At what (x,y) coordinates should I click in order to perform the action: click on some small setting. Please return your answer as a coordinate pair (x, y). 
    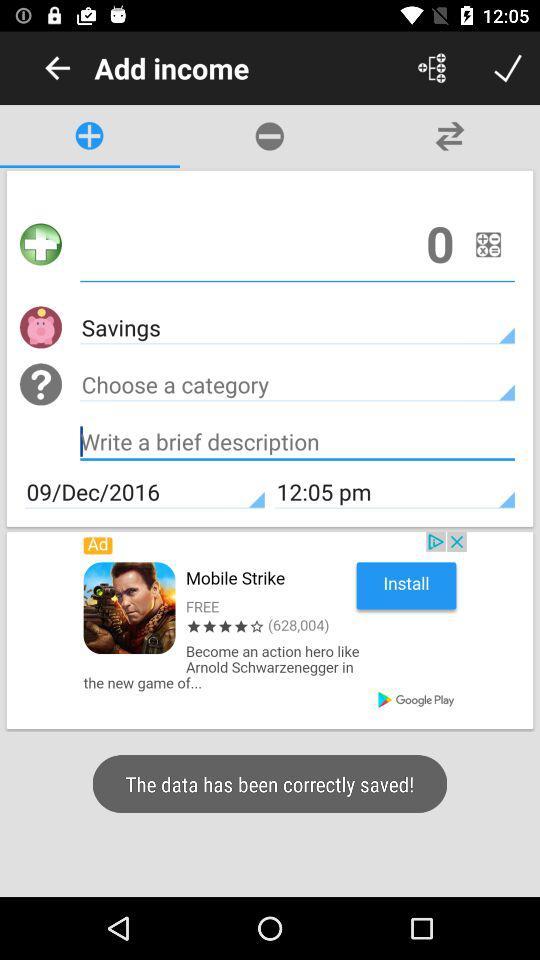
    Looking at the image, I should click on (487, 243).